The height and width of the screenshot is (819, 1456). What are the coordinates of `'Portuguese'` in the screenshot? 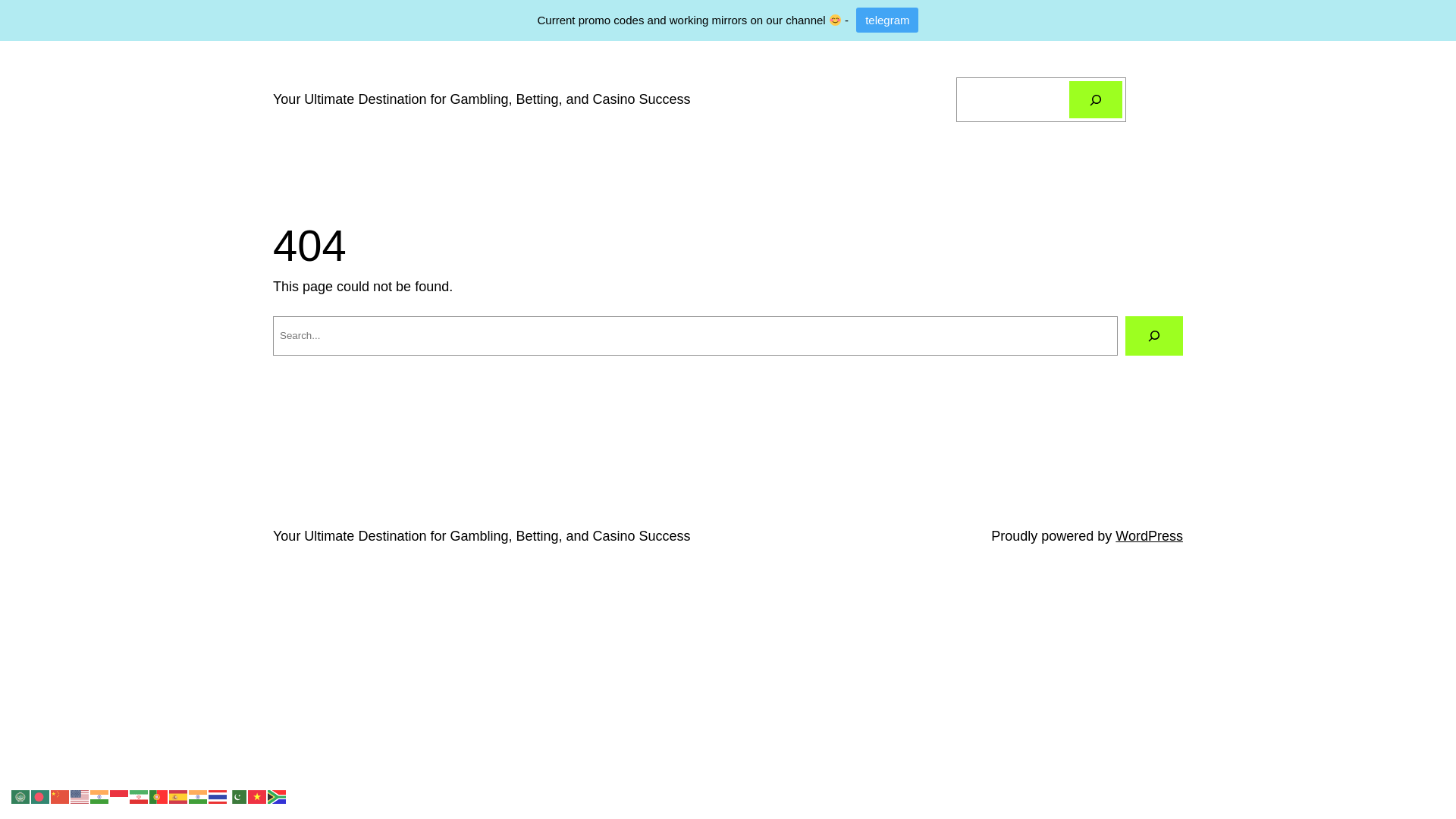 It's located at (159, 795).